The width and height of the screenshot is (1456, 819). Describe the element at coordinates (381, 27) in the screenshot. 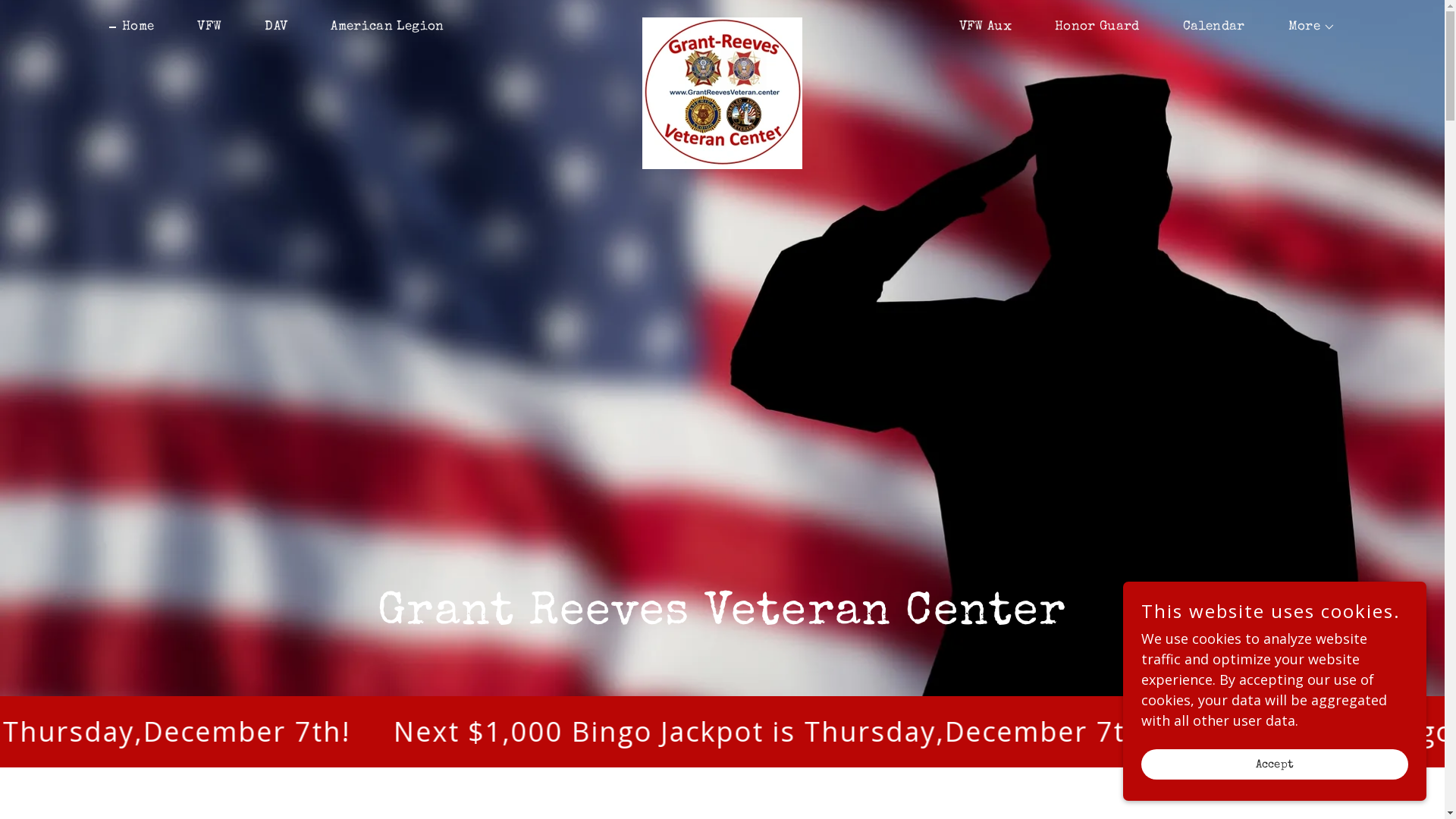

I see `'American Legion'` at that location.